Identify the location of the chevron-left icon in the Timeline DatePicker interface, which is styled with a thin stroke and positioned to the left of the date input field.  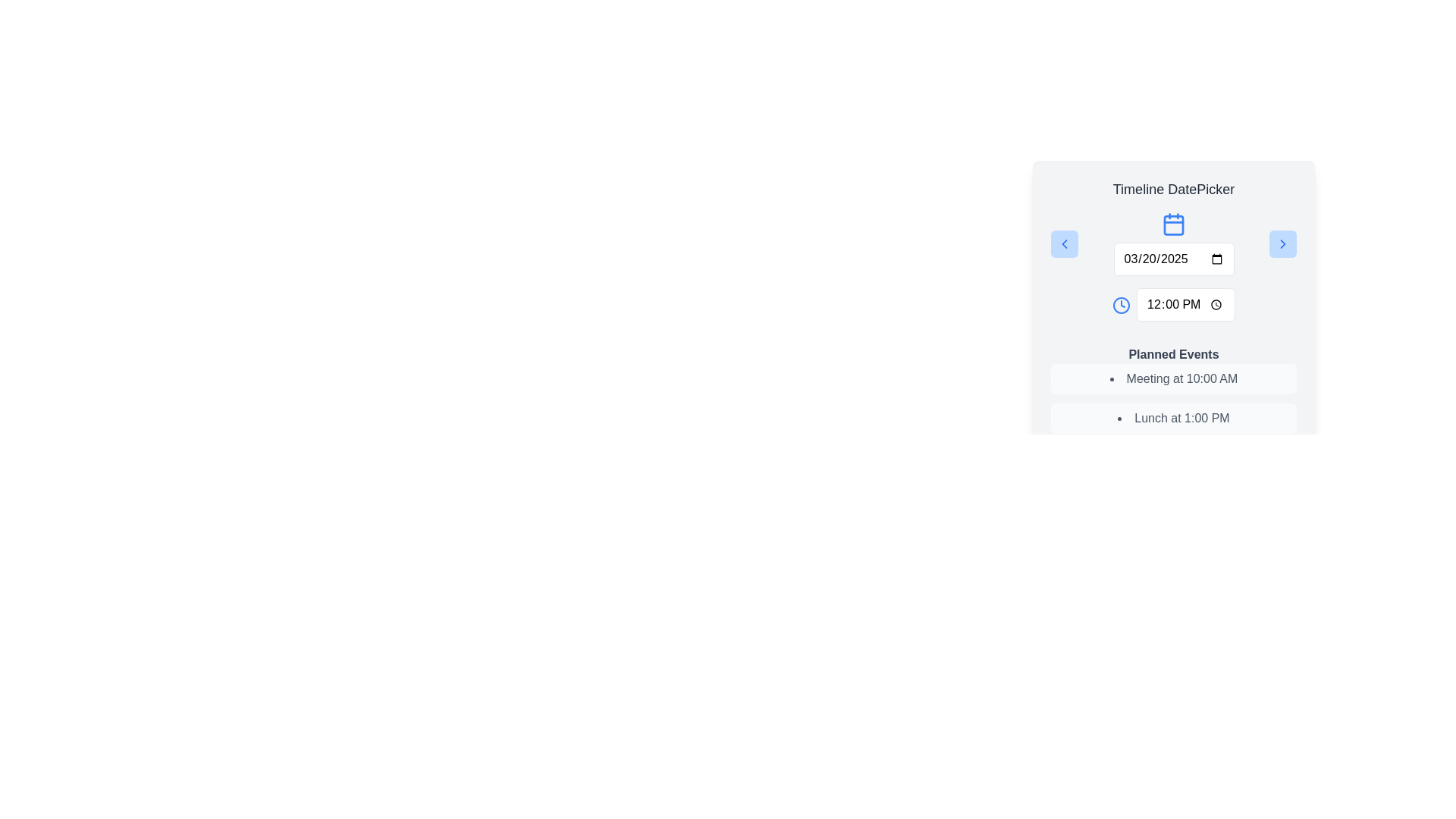
(1063, 243).